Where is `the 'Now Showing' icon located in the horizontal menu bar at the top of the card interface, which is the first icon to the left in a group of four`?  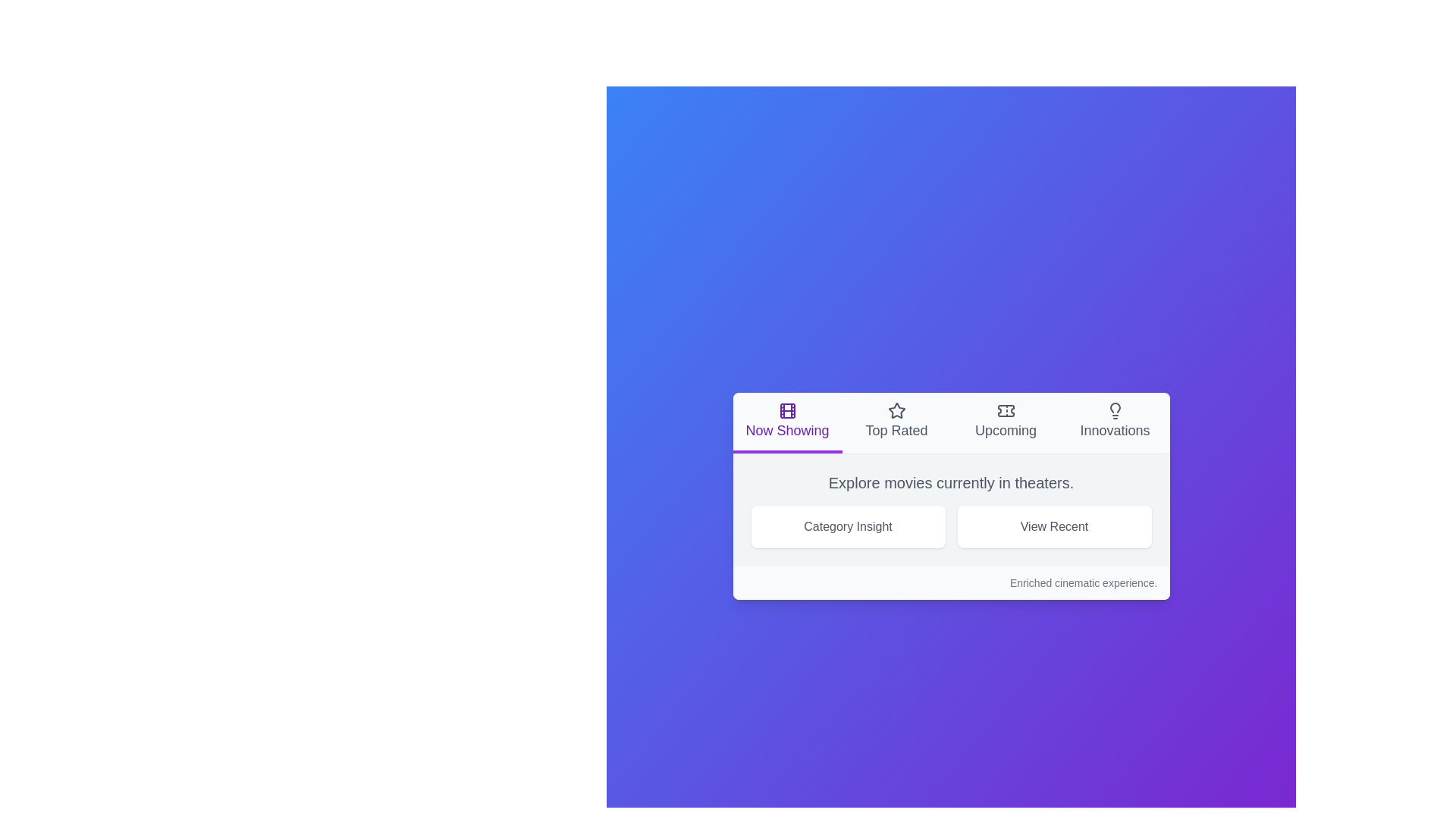 the 'Now Showing' icon located in the horizontal menu bar at the top of the card interface, which is the first icon to the left in a group of four is located at coordinates (787, 410).